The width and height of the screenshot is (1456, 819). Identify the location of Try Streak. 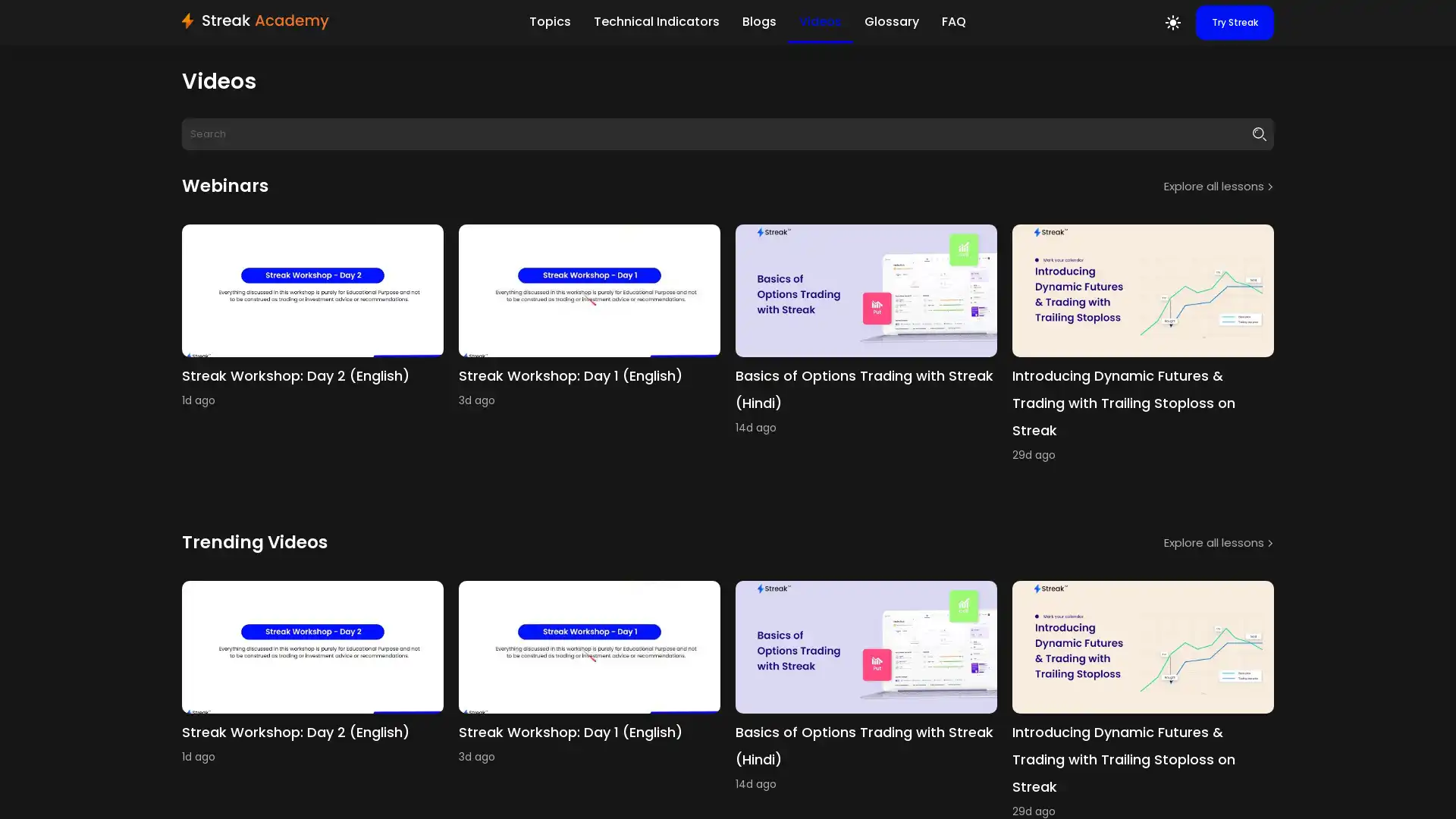
(1235, 23).